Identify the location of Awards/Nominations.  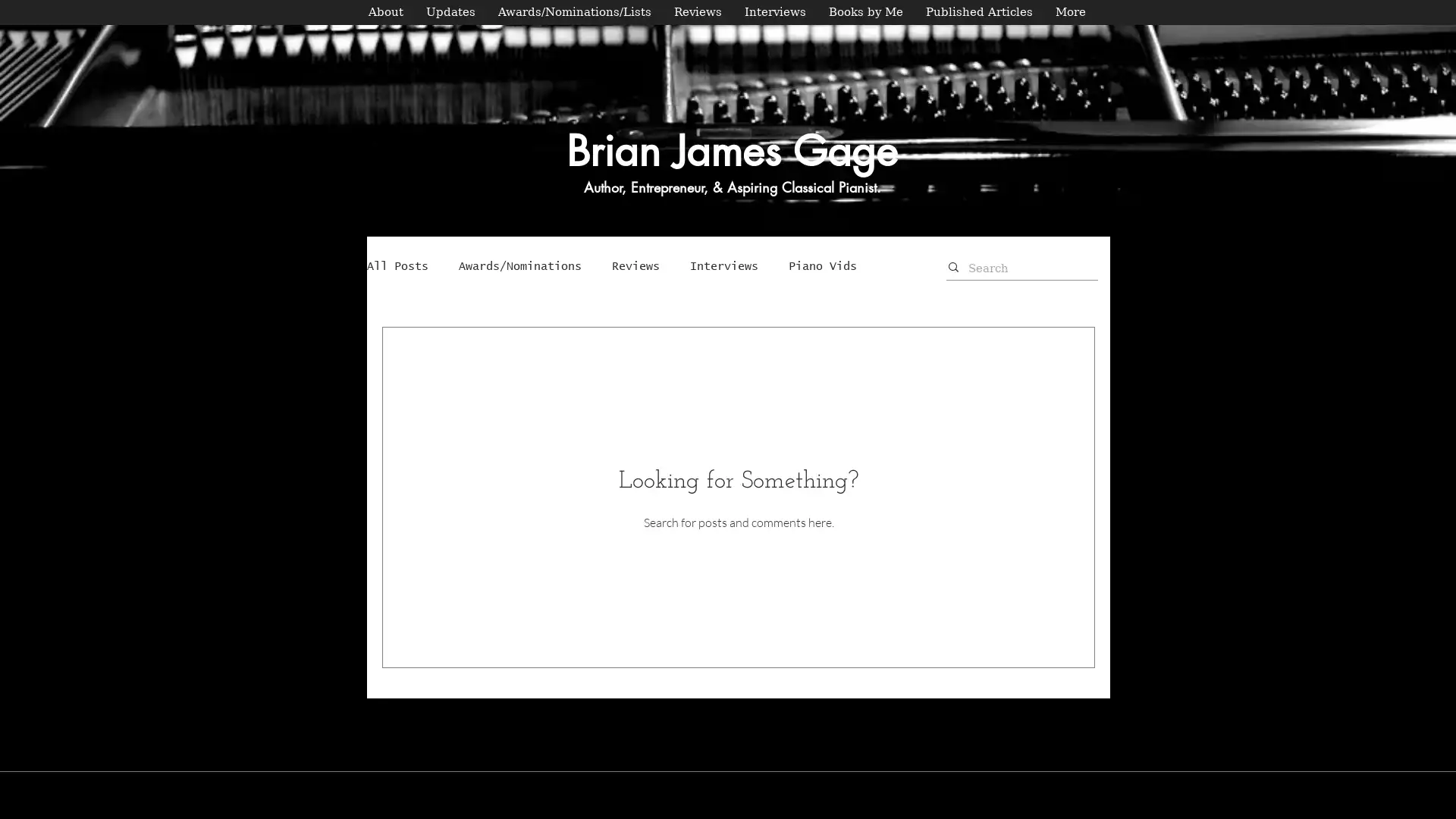
(520, 265).